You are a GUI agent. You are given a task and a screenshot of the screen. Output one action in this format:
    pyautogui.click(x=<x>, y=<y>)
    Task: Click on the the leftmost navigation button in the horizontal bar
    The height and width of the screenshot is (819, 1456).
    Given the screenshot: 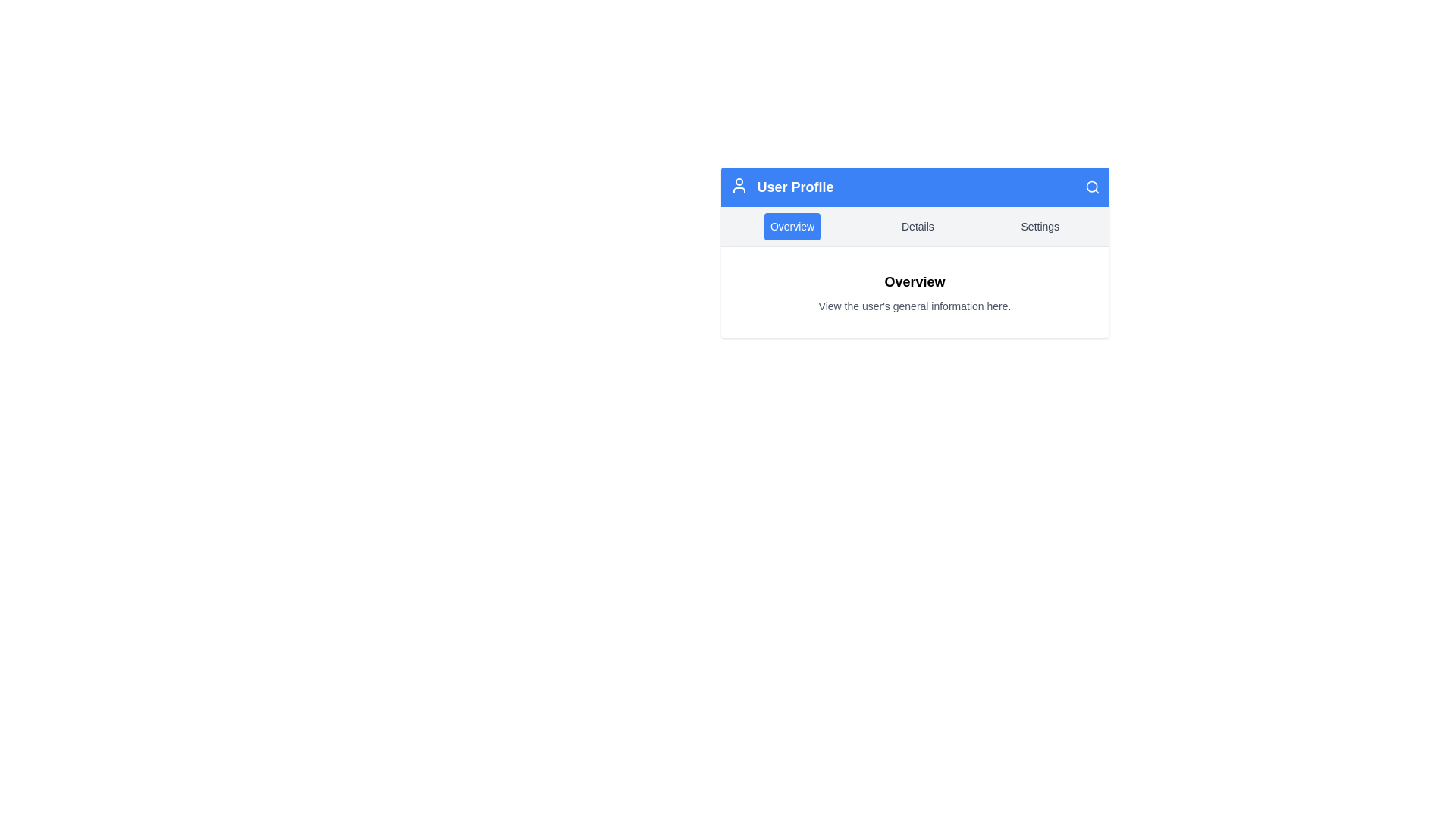 What is the action you would take?
    pyautogui.click(x=792, y=227)
    